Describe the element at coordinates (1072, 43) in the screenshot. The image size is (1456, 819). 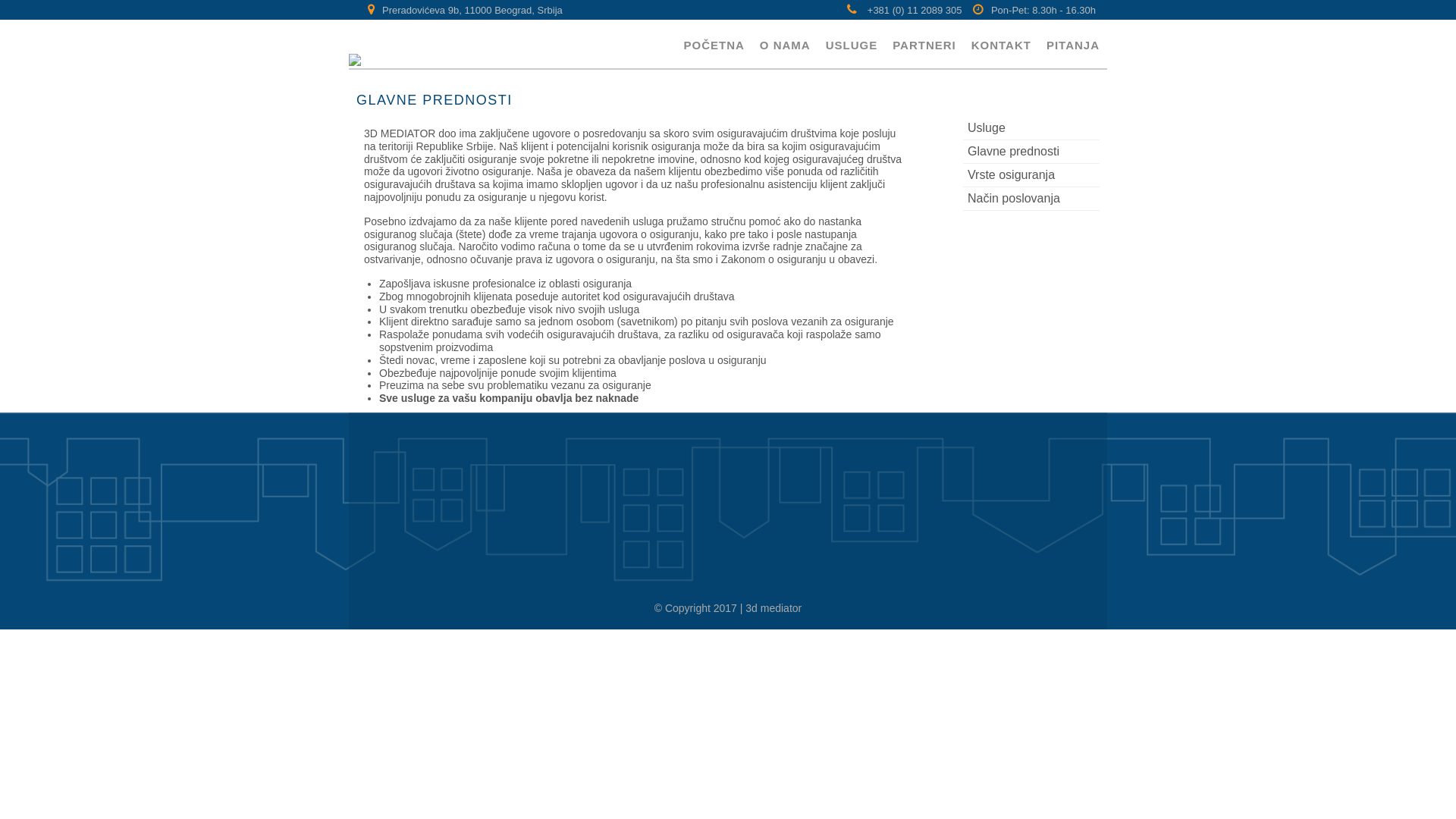
I see `'PITANJA'` at that location.